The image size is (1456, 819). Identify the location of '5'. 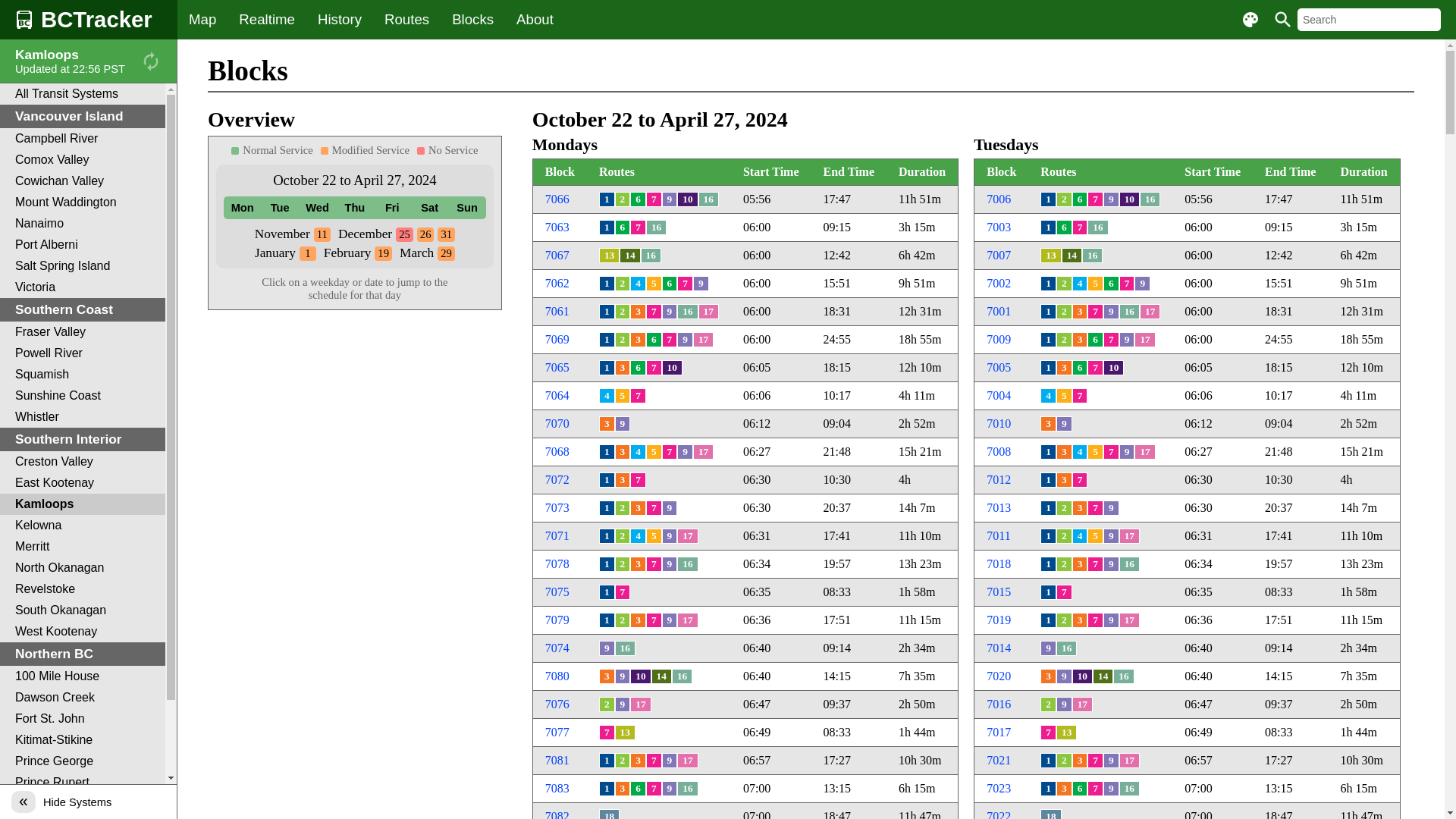
(654, 535).